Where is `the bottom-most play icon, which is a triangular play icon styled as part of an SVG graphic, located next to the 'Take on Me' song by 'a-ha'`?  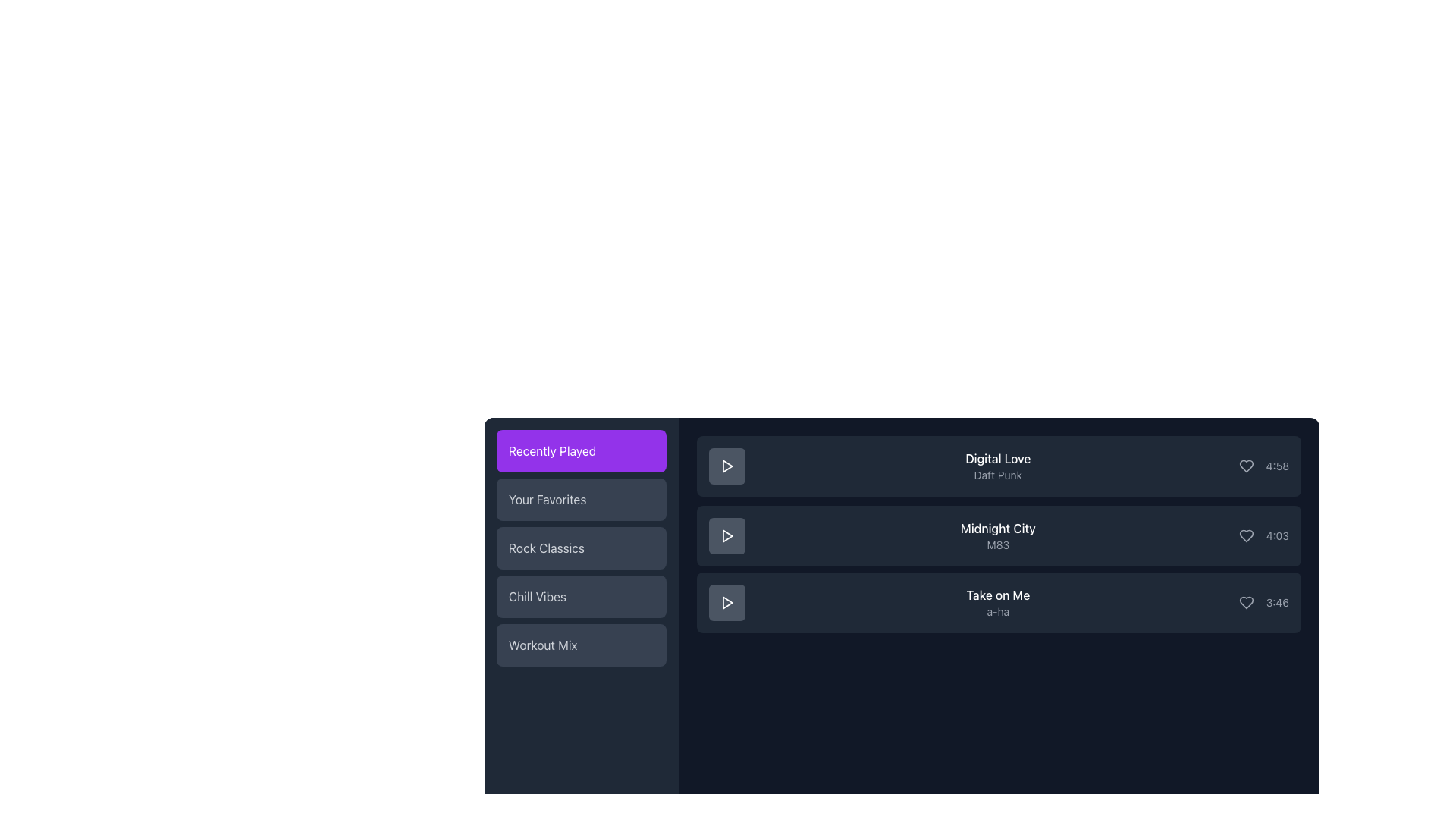
the bottom-most play icon, which is a triangular play icon styled as part of an SVG graphic, located next to the 'Take on Me' song by 'a-ha' is located at coordinates (726, 601).